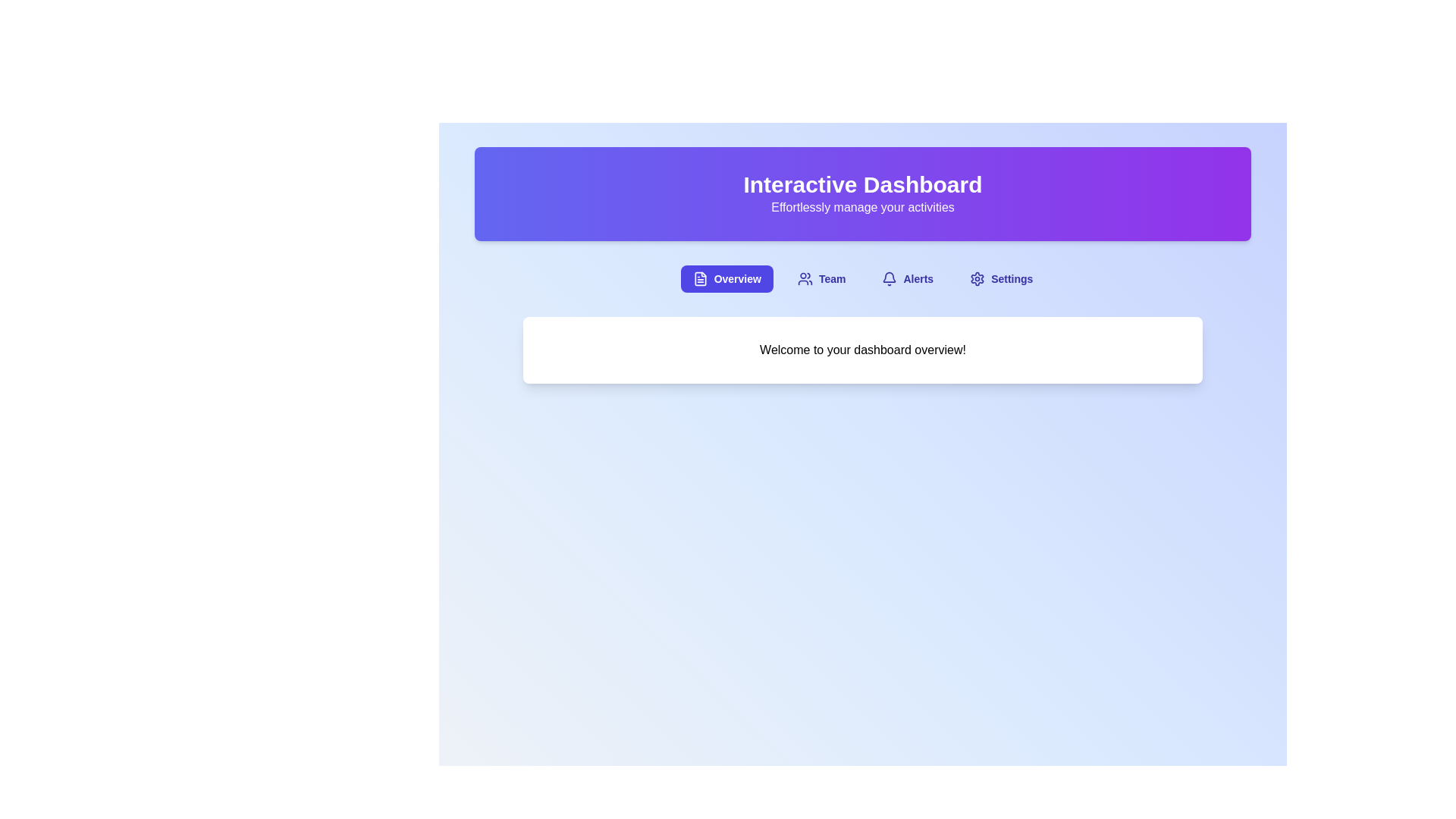 The image size is (1456, 819). What do you see at coordinates (699, 278) in the screenshot?
I see `the decorative 'Overview' icon located to the left of the label 'Overview' in the button area` at bounding box center [699, 278].